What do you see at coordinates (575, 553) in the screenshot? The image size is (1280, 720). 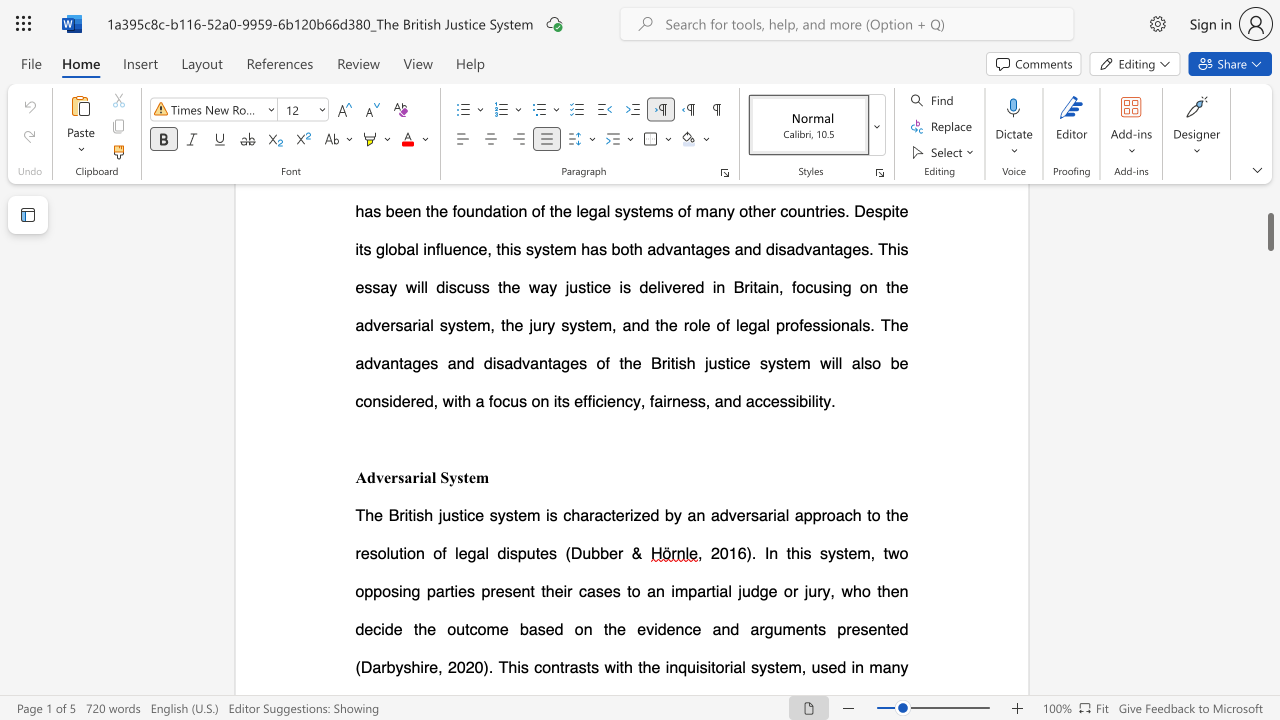 I see `the 1th character "D" in the text` at bounding box center [575, 553].